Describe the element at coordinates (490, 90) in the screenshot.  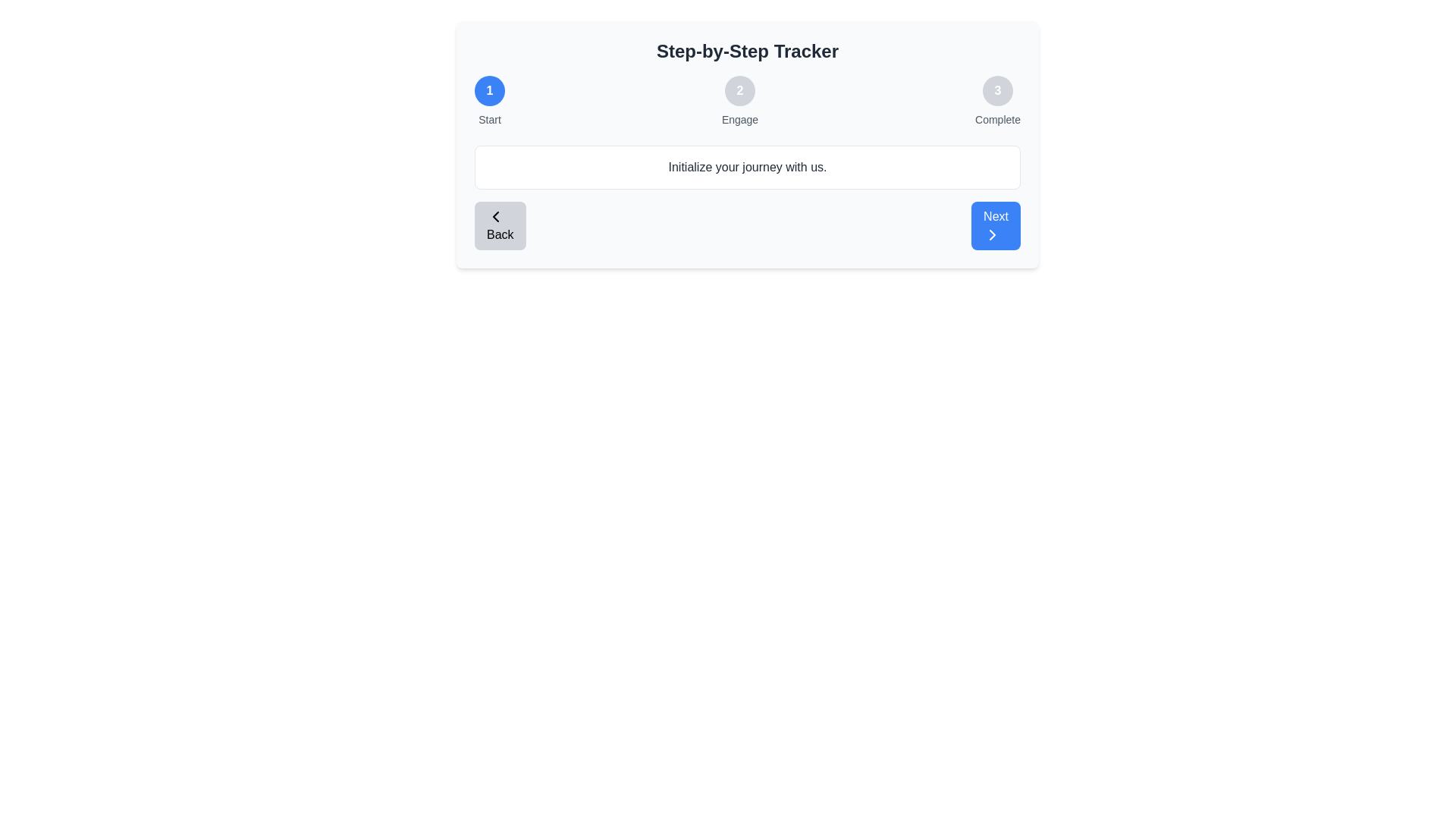
I see `the circular button with a blue background containing the numeral '1' at its center, located at the top-left corner of the step-by-step tracker interface` at that location.